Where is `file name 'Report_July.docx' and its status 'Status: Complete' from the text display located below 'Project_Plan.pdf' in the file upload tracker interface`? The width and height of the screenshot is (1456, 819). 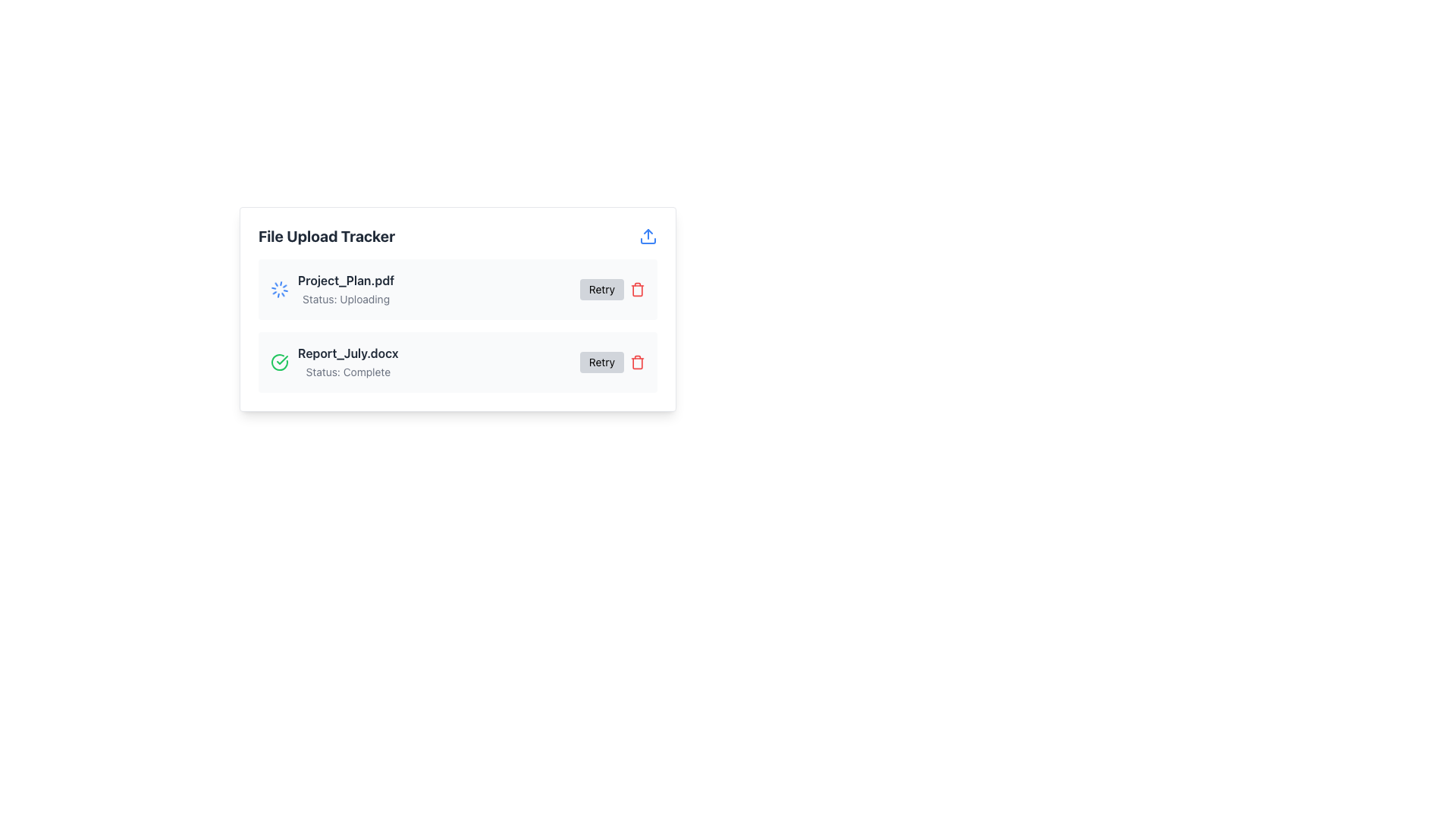 file name 'Report_July.docx' and its status 'Status: Complete' from the text display located below 'Project_Plan.pdf' in the file upload tracker interface is located at coordinates (347, 362).